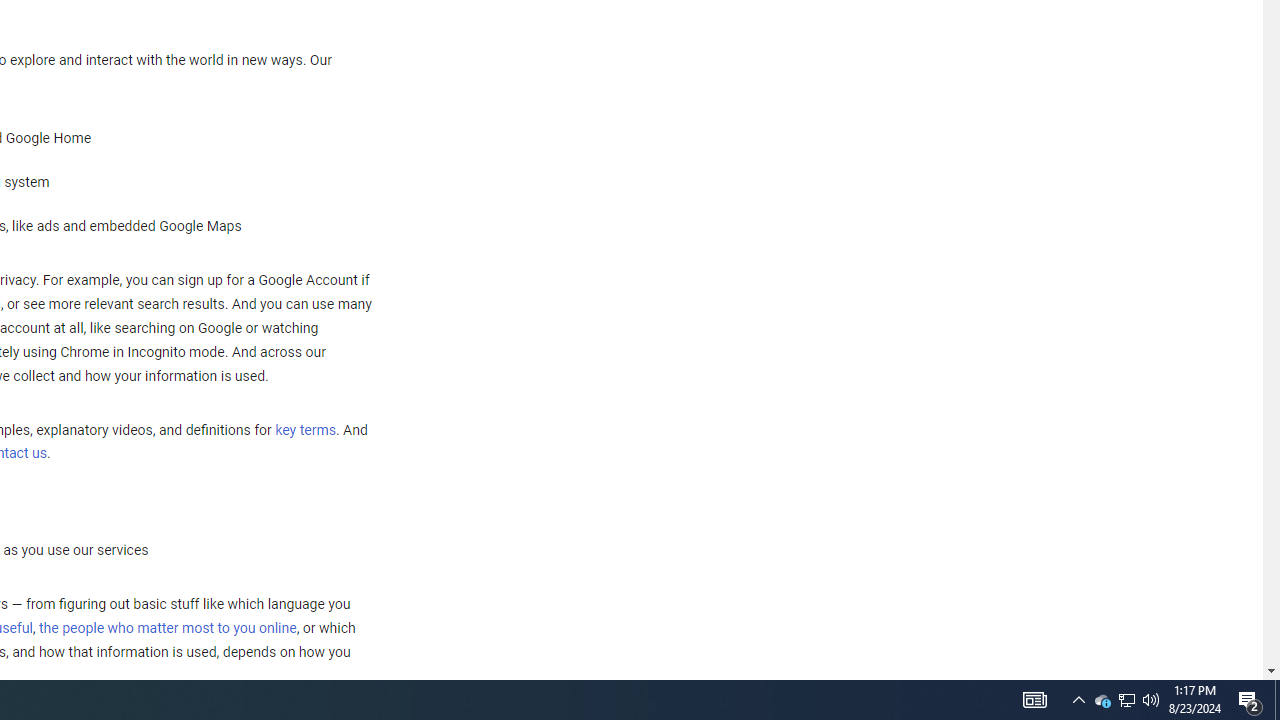  I want to click on 'the people who matter most to you online', so click(167, 627).